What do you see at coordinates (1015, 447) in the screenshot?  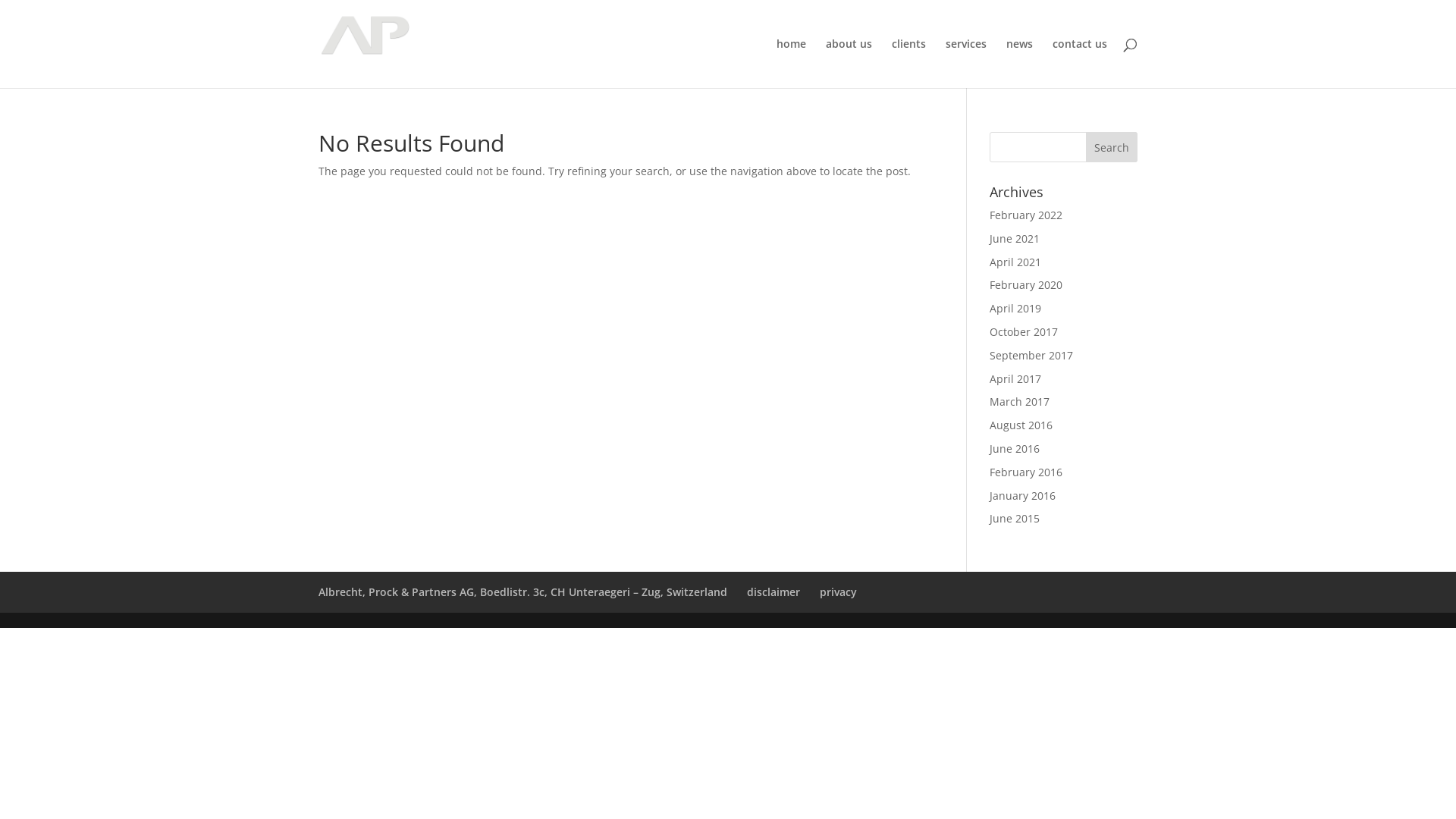 I see `'June 2016'` at bounding box center [1015, 447].